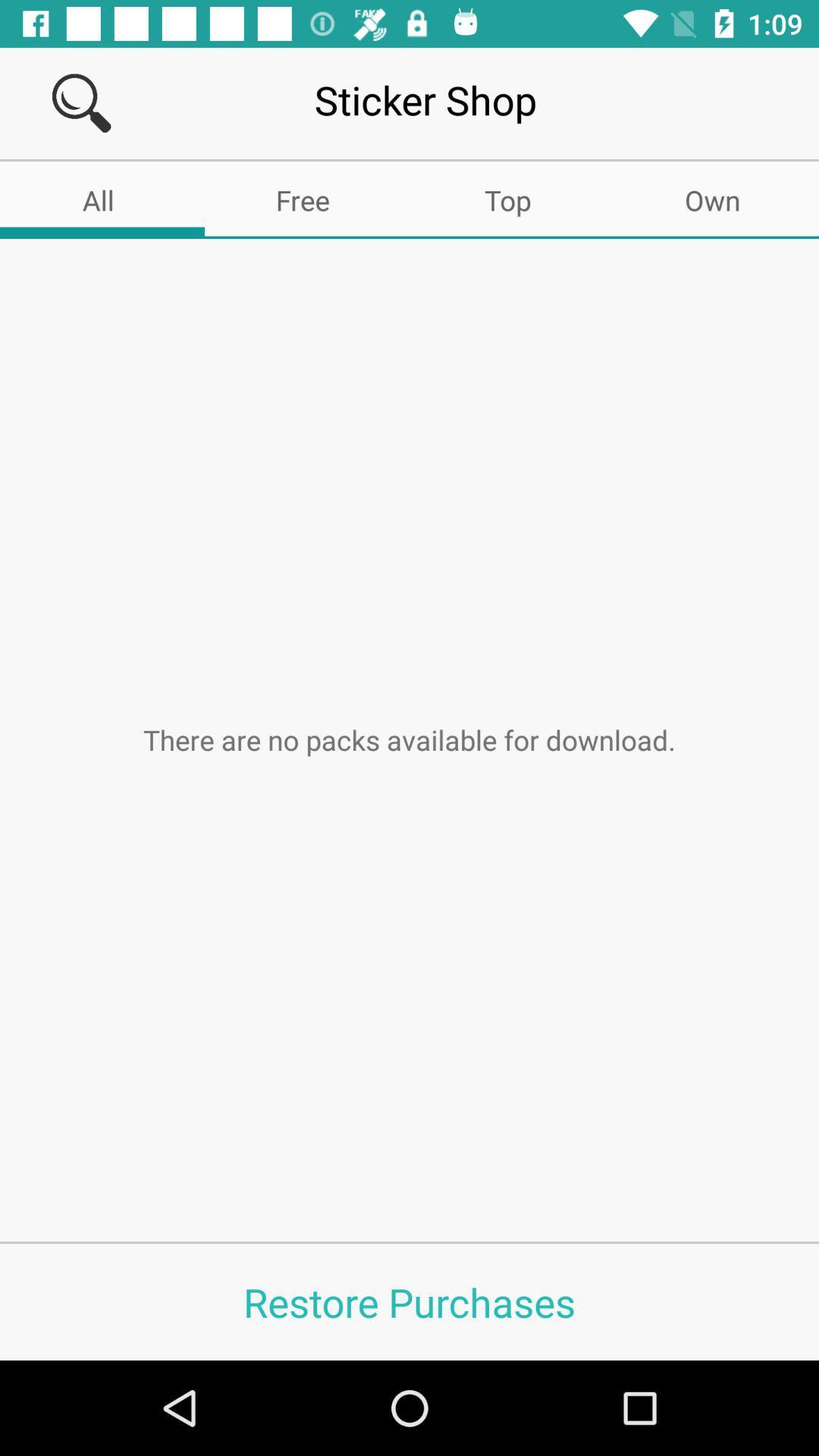 The image size is (819, 1456). I want to click on search the article, so click(81, 102).